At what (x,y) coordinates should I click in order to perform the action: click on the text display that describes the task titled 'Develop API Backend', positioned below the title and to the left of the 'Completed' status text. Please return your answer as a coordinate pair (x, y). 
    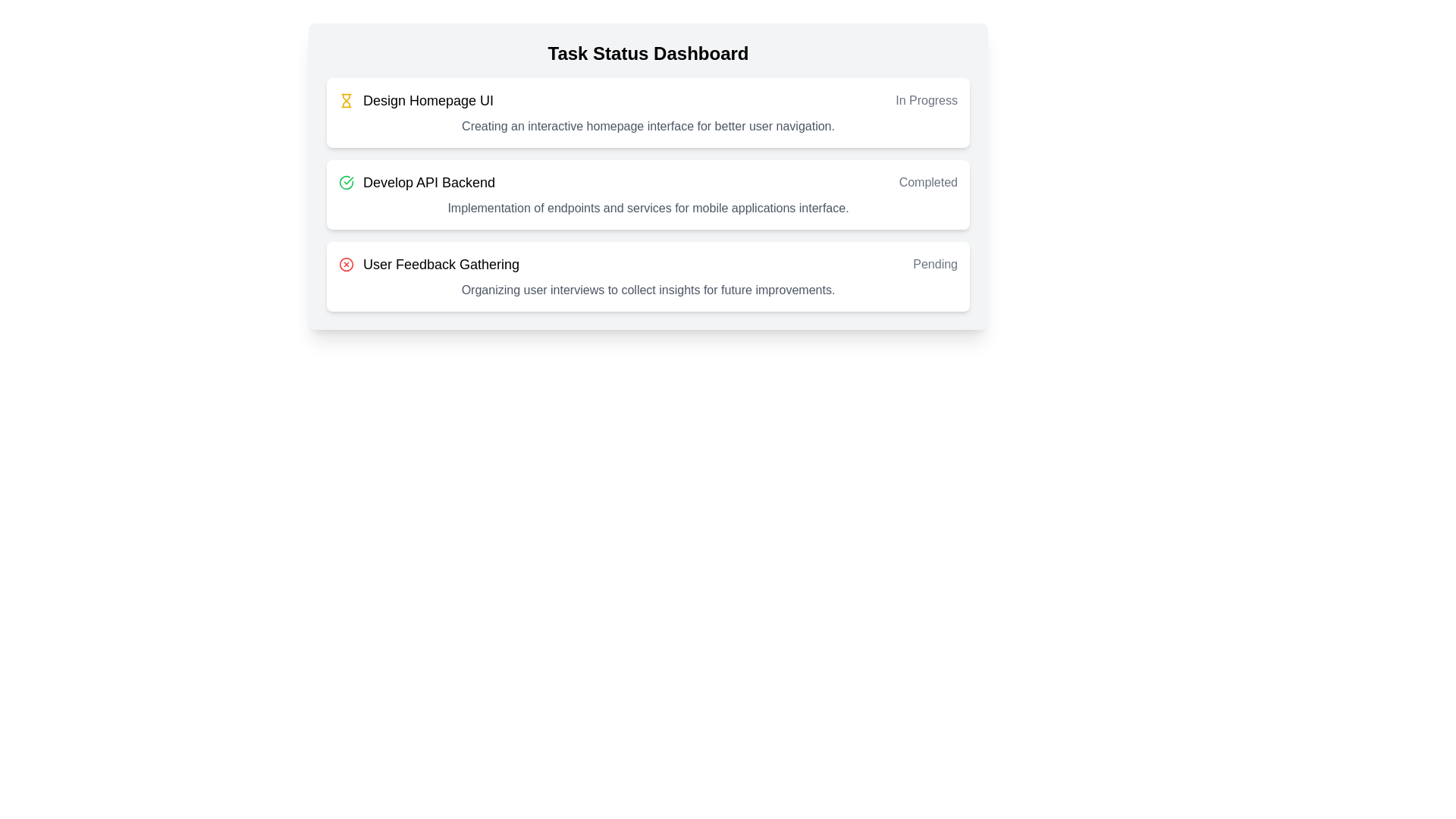
    Looking at the image, I should click on (648, 208).